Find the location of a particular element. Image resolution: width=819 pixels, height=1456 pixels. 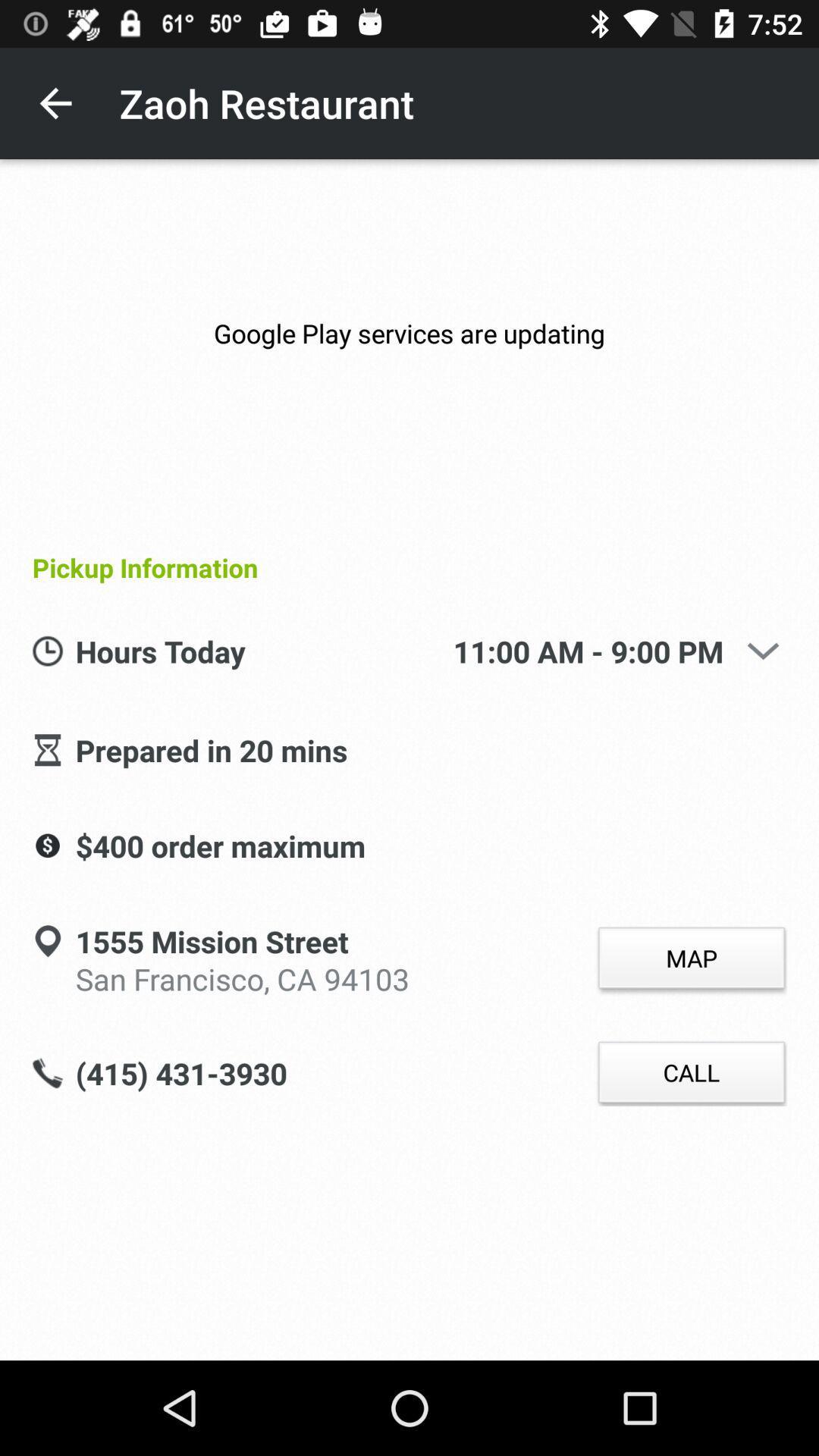

app to the left of the zaoh restaurant app is located at coordinates (55, 102).